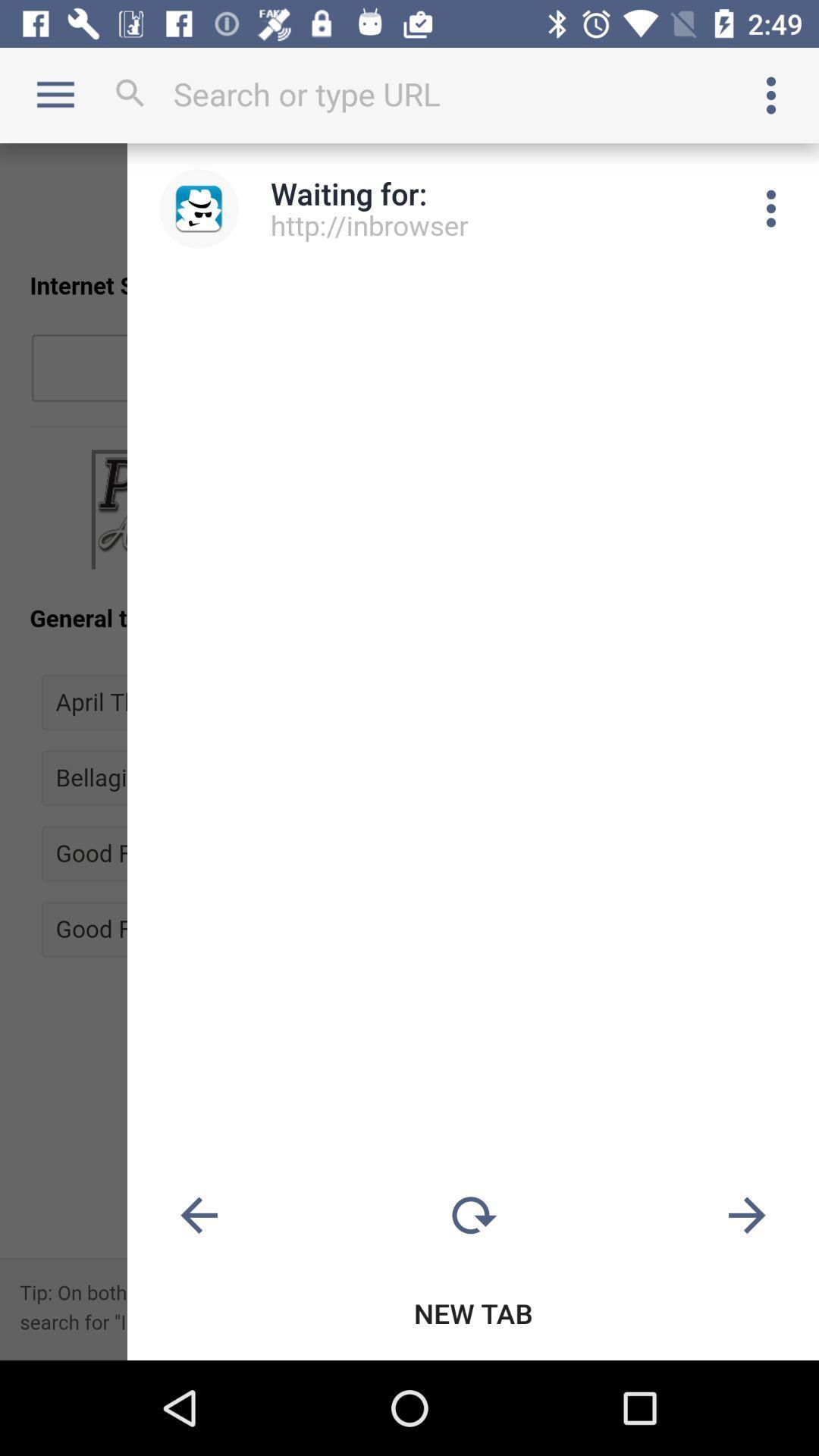 Image resolution: width=819 pixels, height=1456 pixels. What do you see at coordinates (198, 208) in the screenshot?
I see `icon to the left of the waiting for: item` at bounding box center [198, 208].